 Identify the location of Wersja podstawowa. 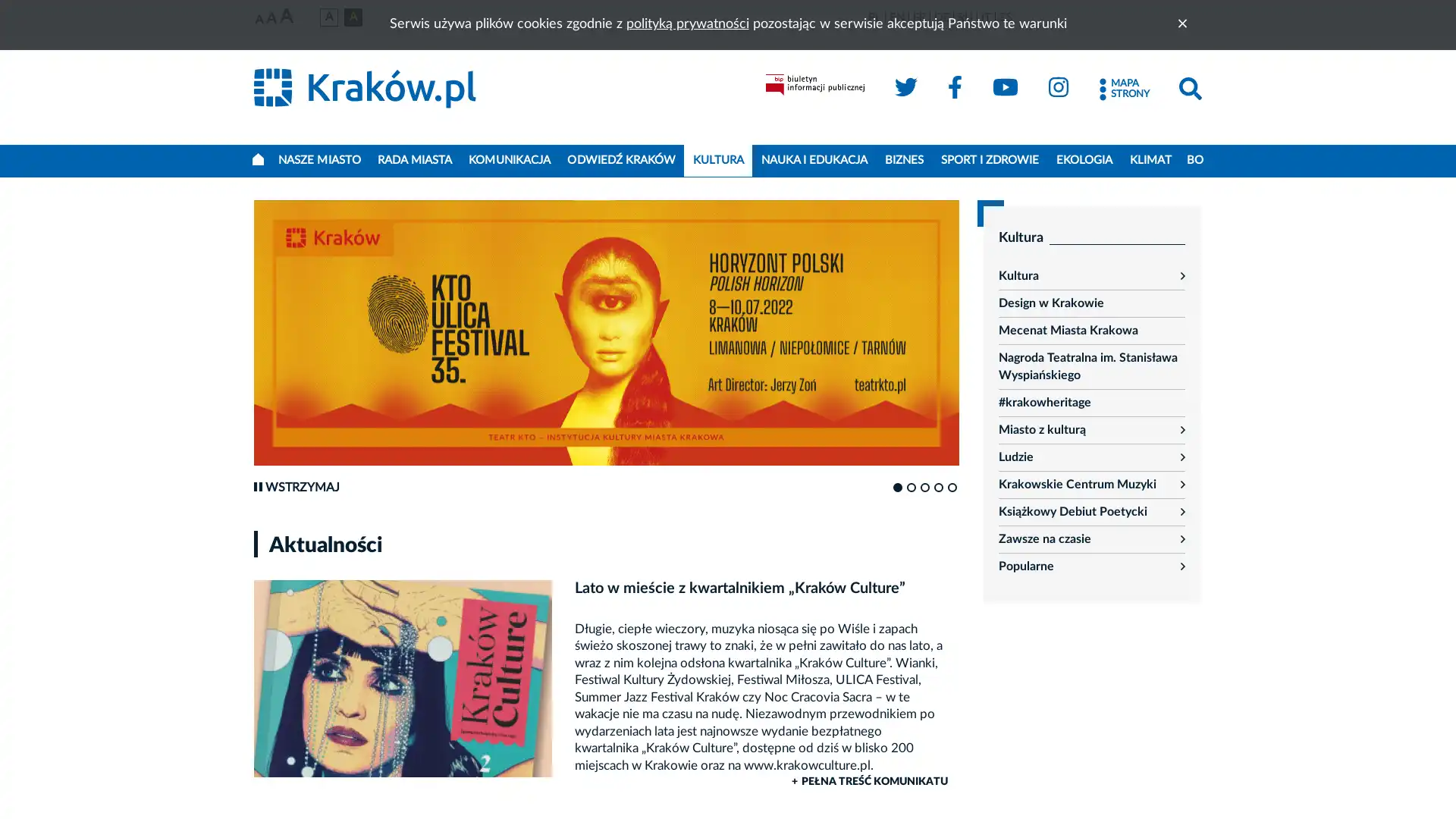
(328, 17).